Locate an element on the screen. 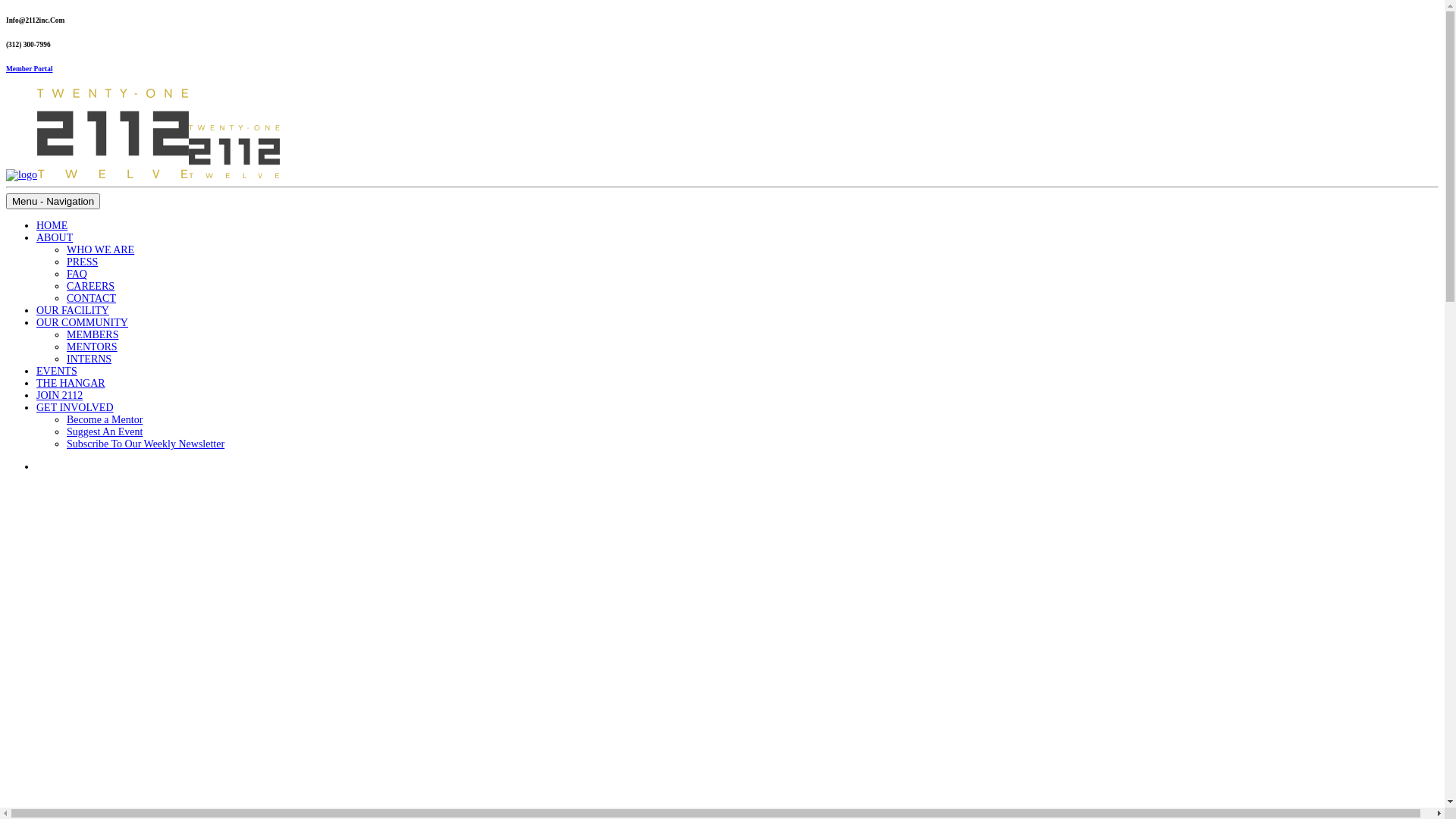 This screenshot has height=819, width=1456. 'HOME' is located at coordinates (52, 225).